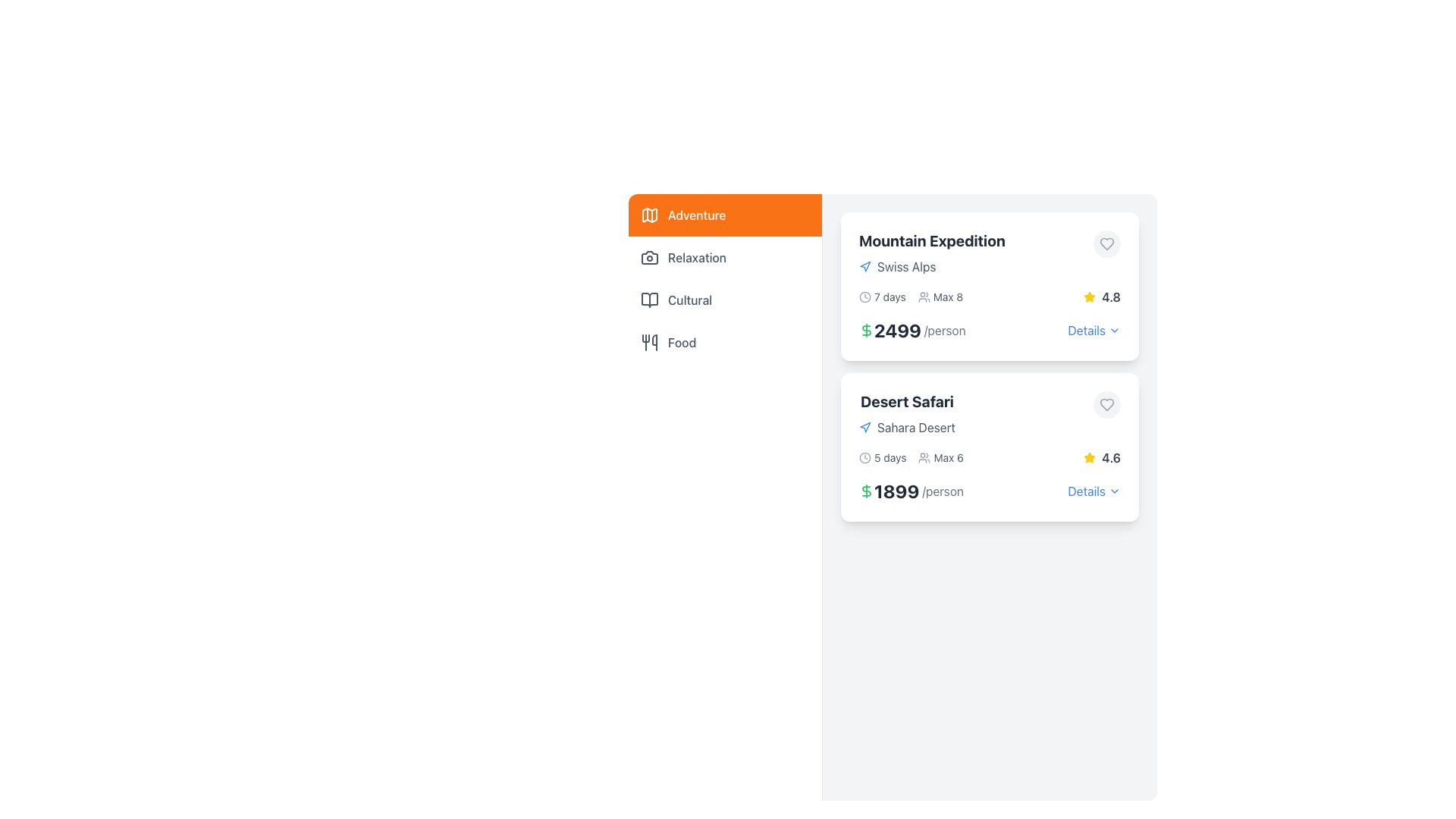  What do you see at coordinates (1086, 329) in the screenshot?
I see `the 'Details' interactive link or button, which is styled in blue and located` at bounding box center [1086, 329].